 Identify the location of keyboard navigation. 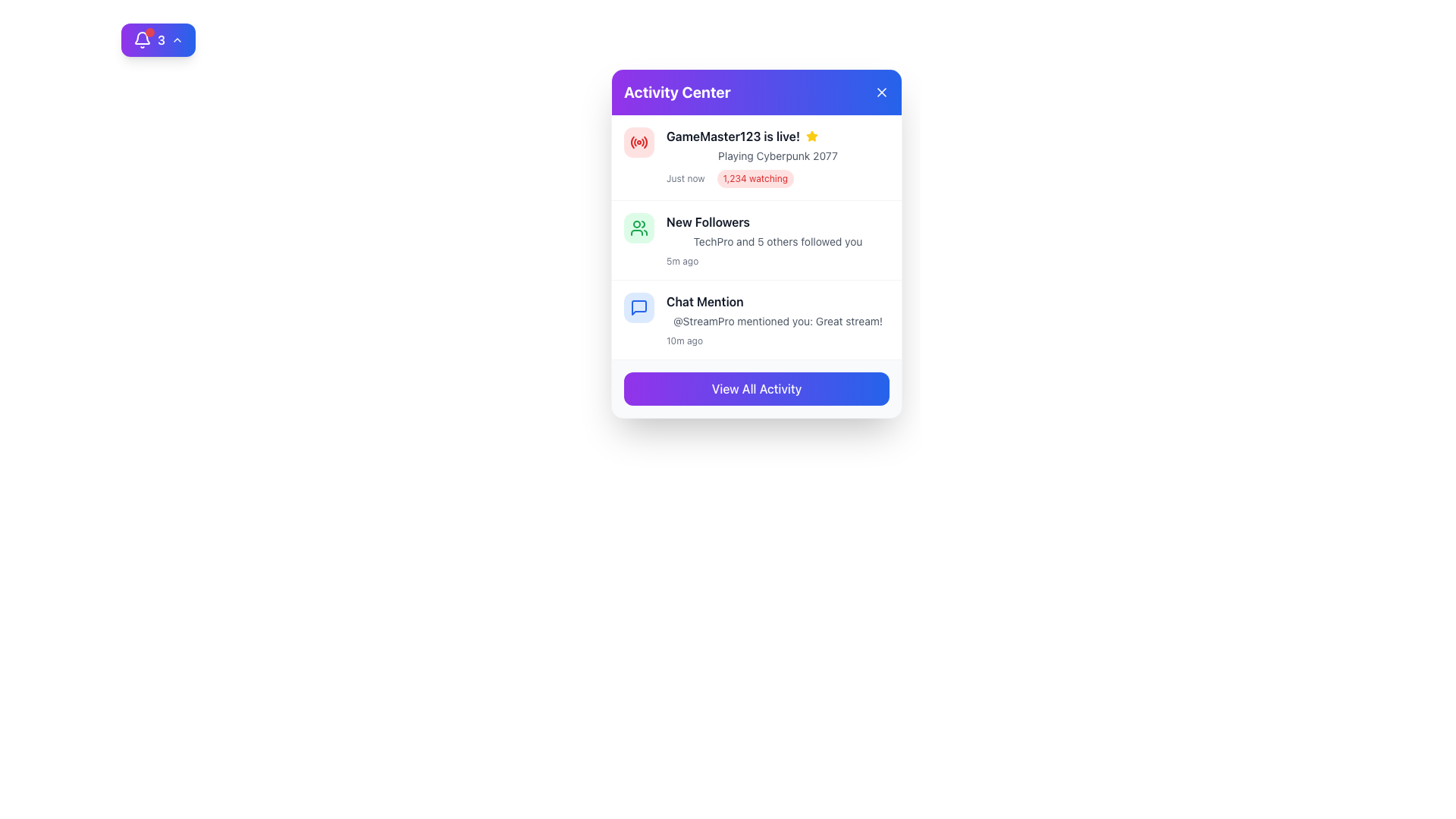
(757, 388).